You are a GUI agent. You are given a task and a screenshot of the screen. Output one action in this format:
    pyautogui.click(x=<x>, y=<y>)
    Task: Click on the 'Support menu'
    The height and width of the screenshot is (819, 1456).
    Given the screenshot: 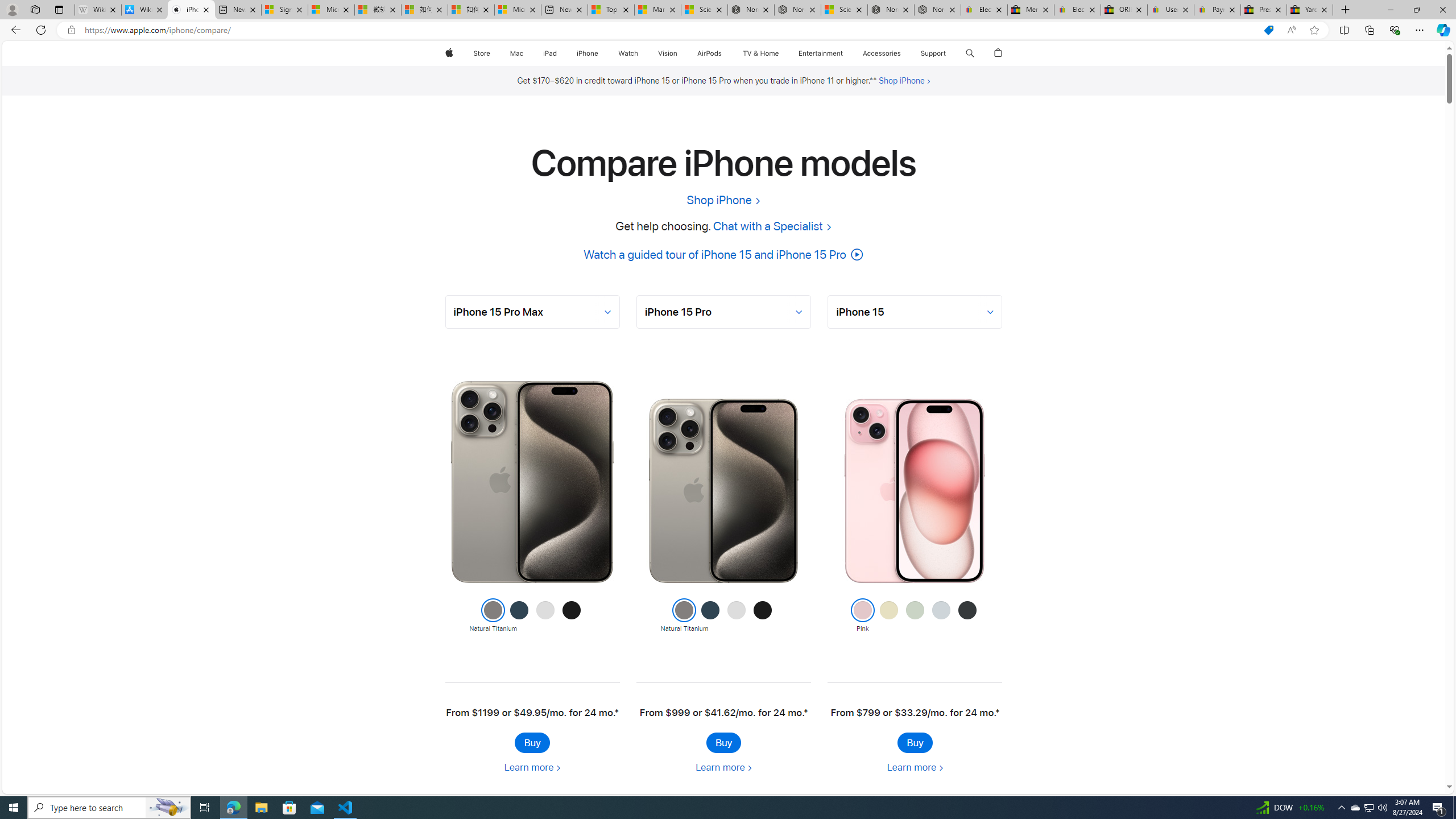 What is the action you would take?
    pyautogui.click(x=948, y=53)
    